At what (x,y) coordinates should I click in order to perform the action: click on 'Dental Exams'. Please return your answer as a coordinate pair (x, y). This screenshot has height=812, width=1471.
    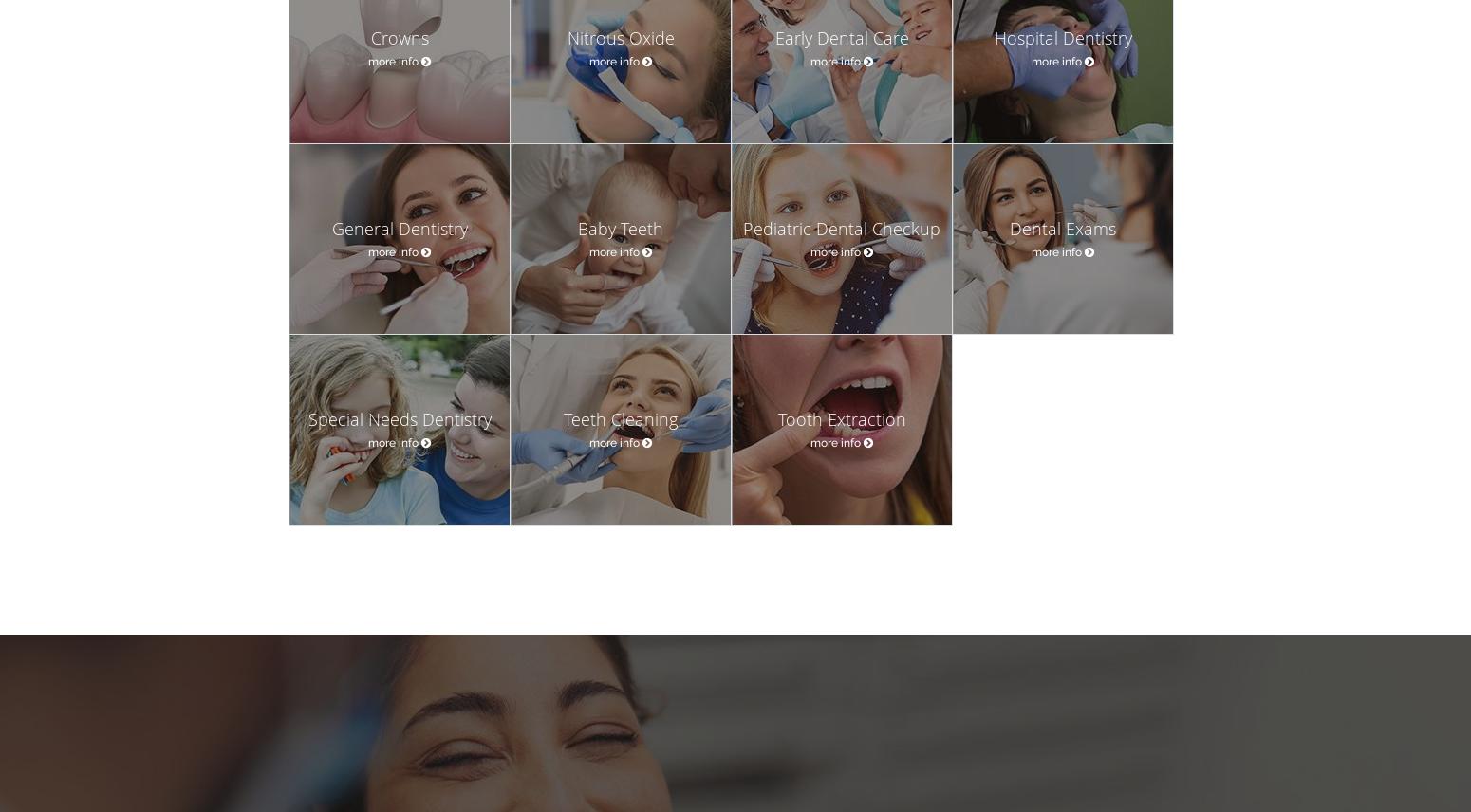
    Looking at the image, I should click on (1062, 228).